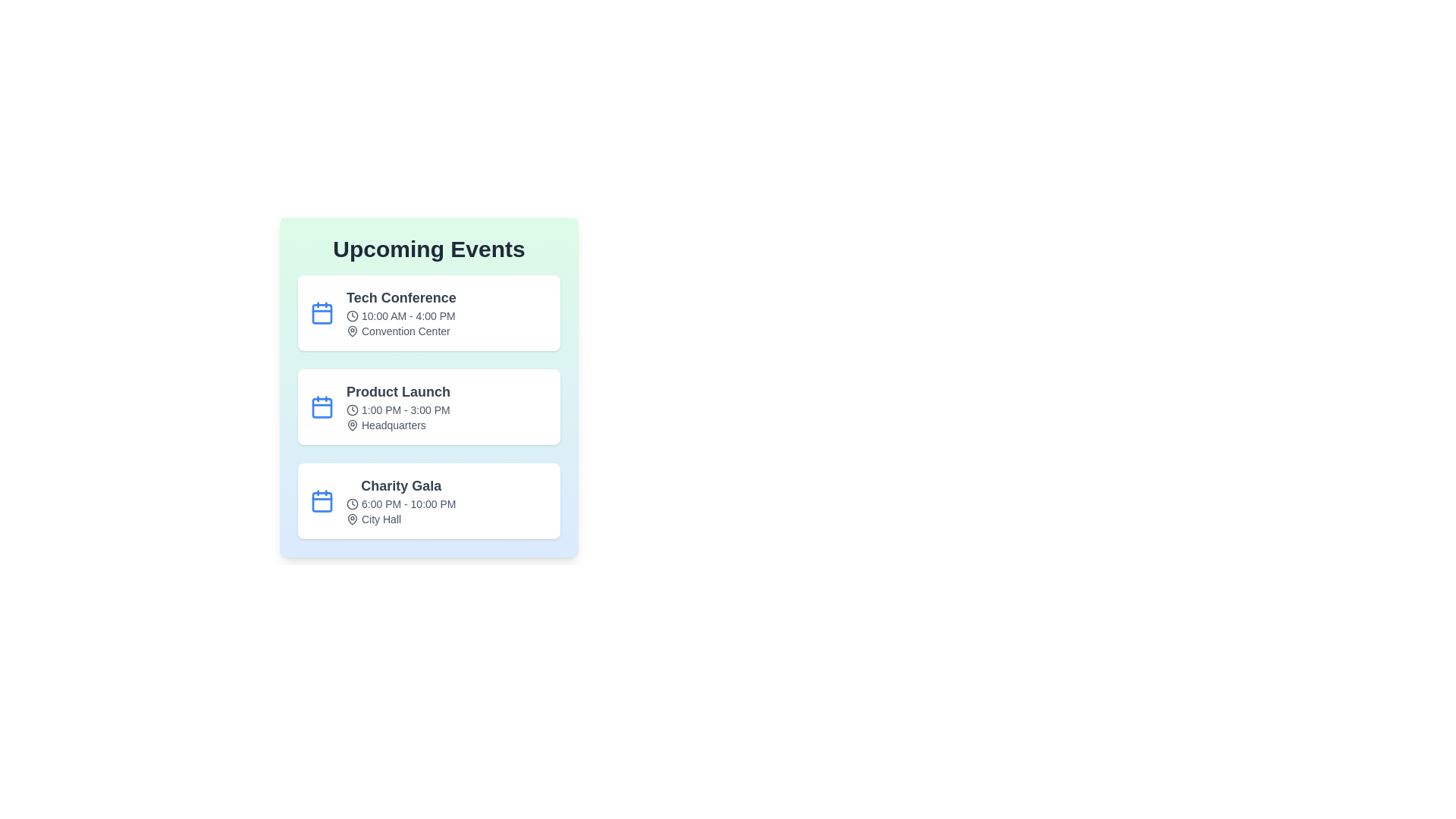  I want to click on the event titled 'Tech Conference' to view its details, so click(428, 312).